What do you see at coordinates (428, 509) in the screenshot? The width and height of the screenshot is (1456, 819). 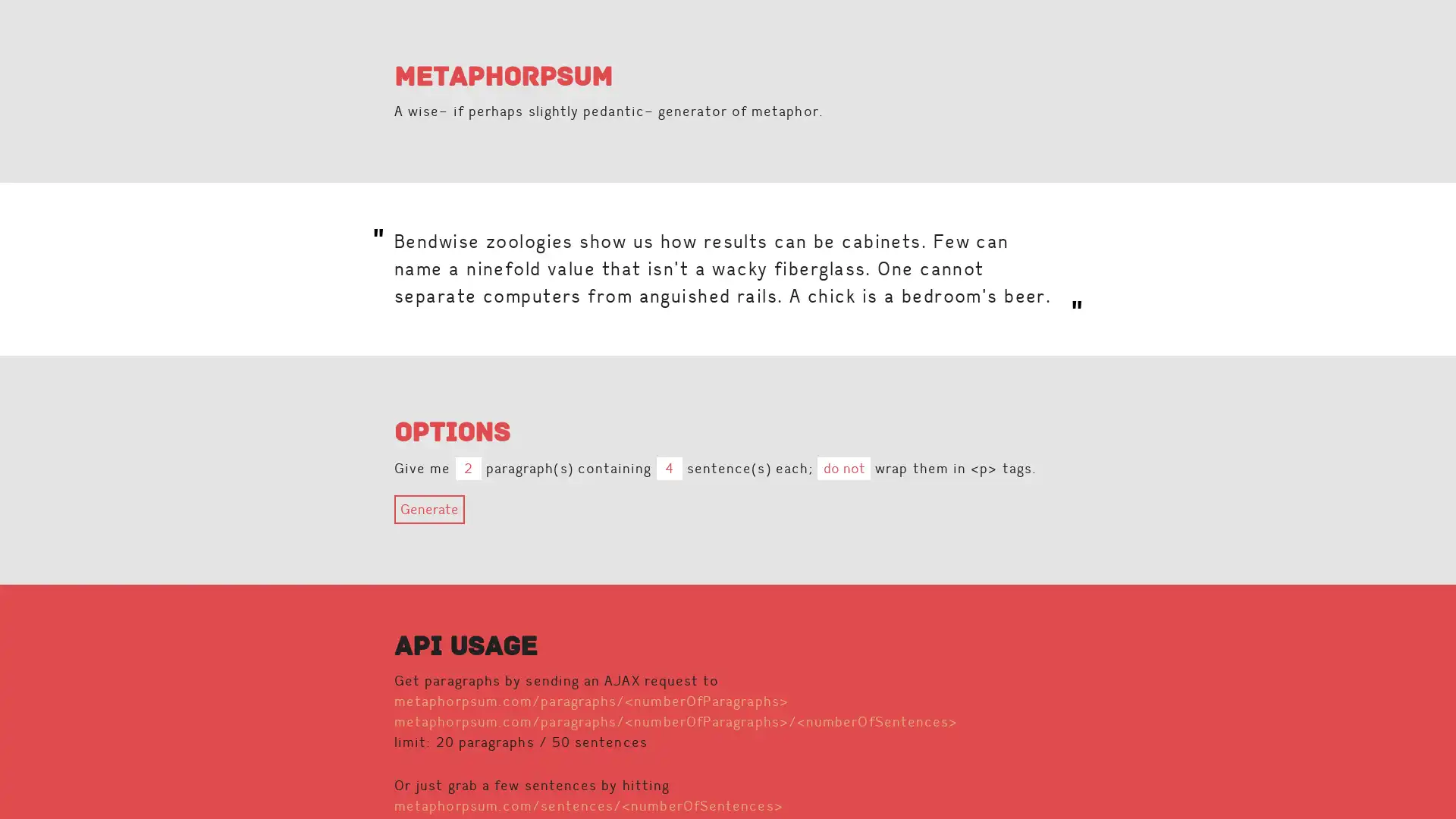 I see `Generate` at bounding box center [428, 509].